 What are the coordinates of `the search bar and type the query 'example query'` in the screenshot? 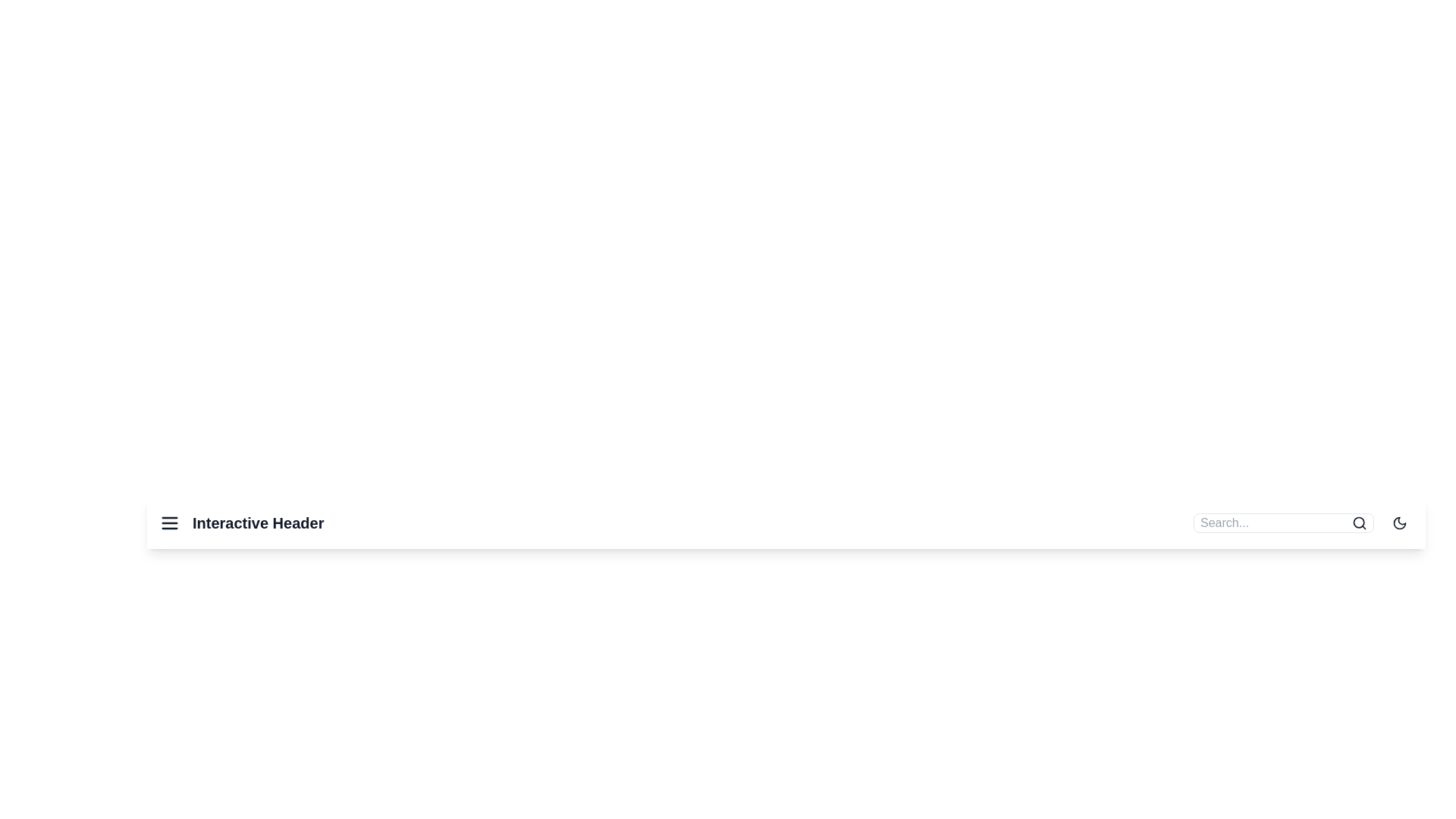 It's located at (1276, 522).